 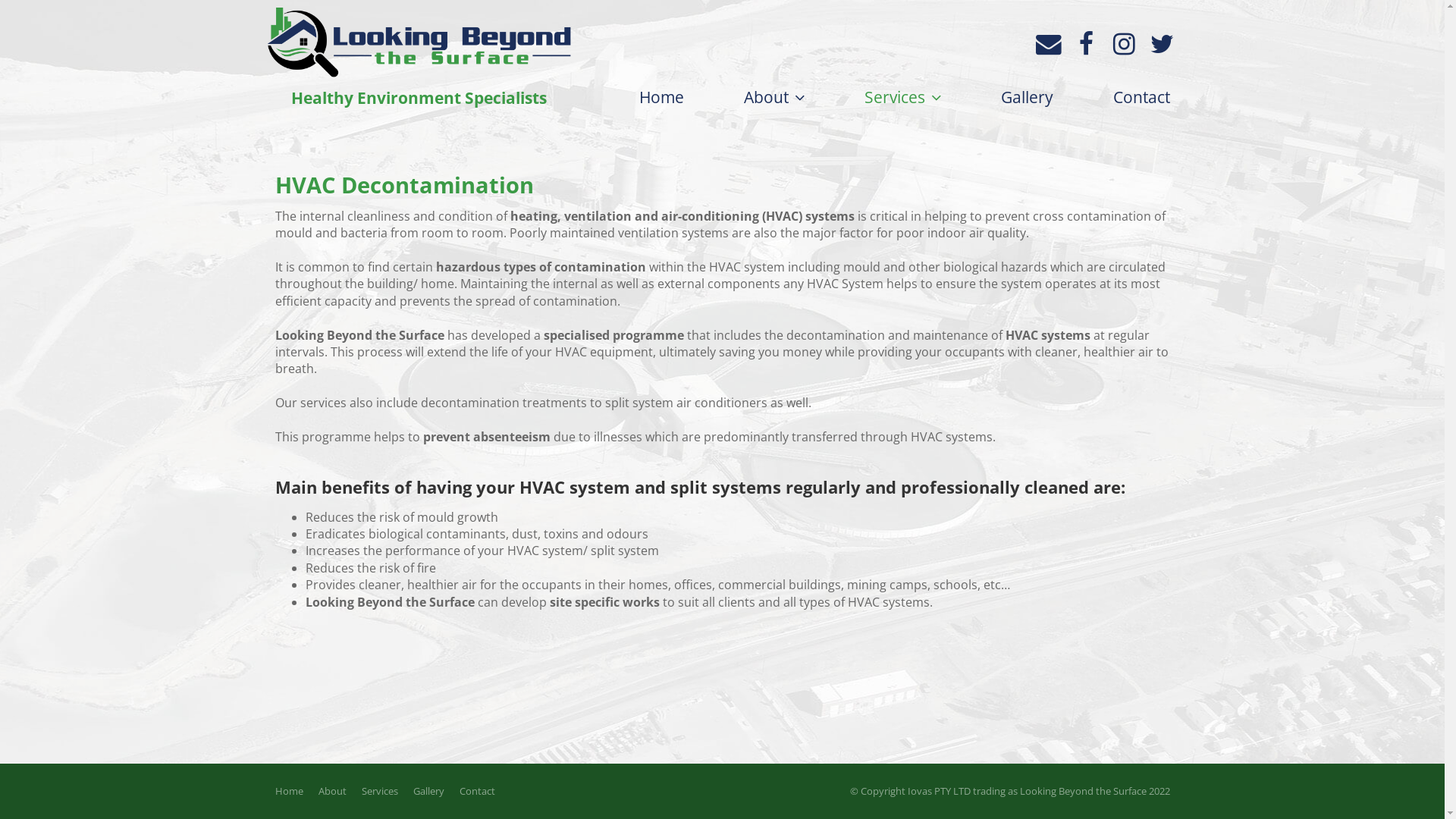 What do you see at coordinates (630, 96) in the screenshot?
I see `'Home'` at bounding box center [630, 96].